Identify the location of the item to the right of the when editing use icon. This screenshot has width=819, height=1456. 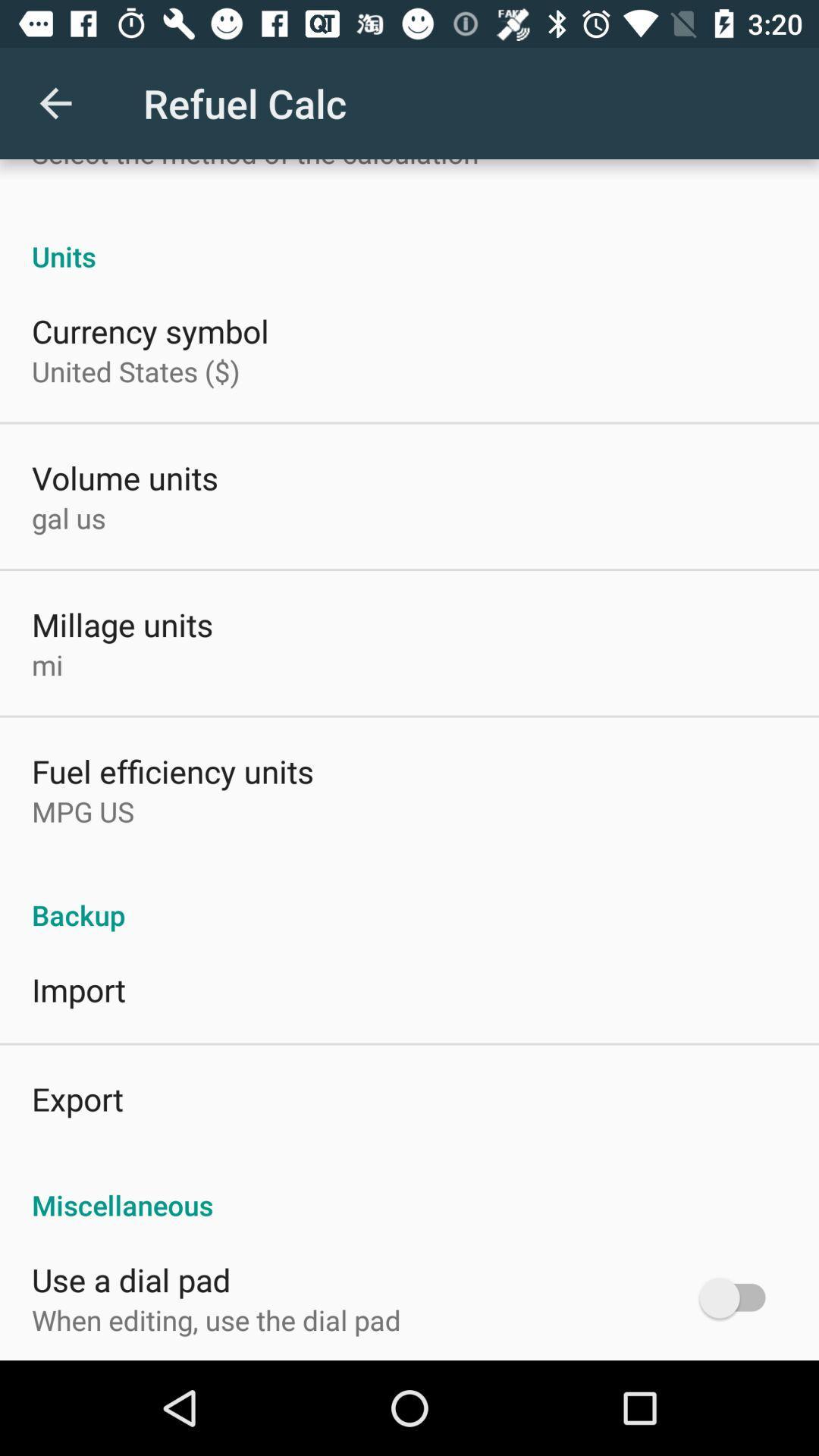
(739, 1297).